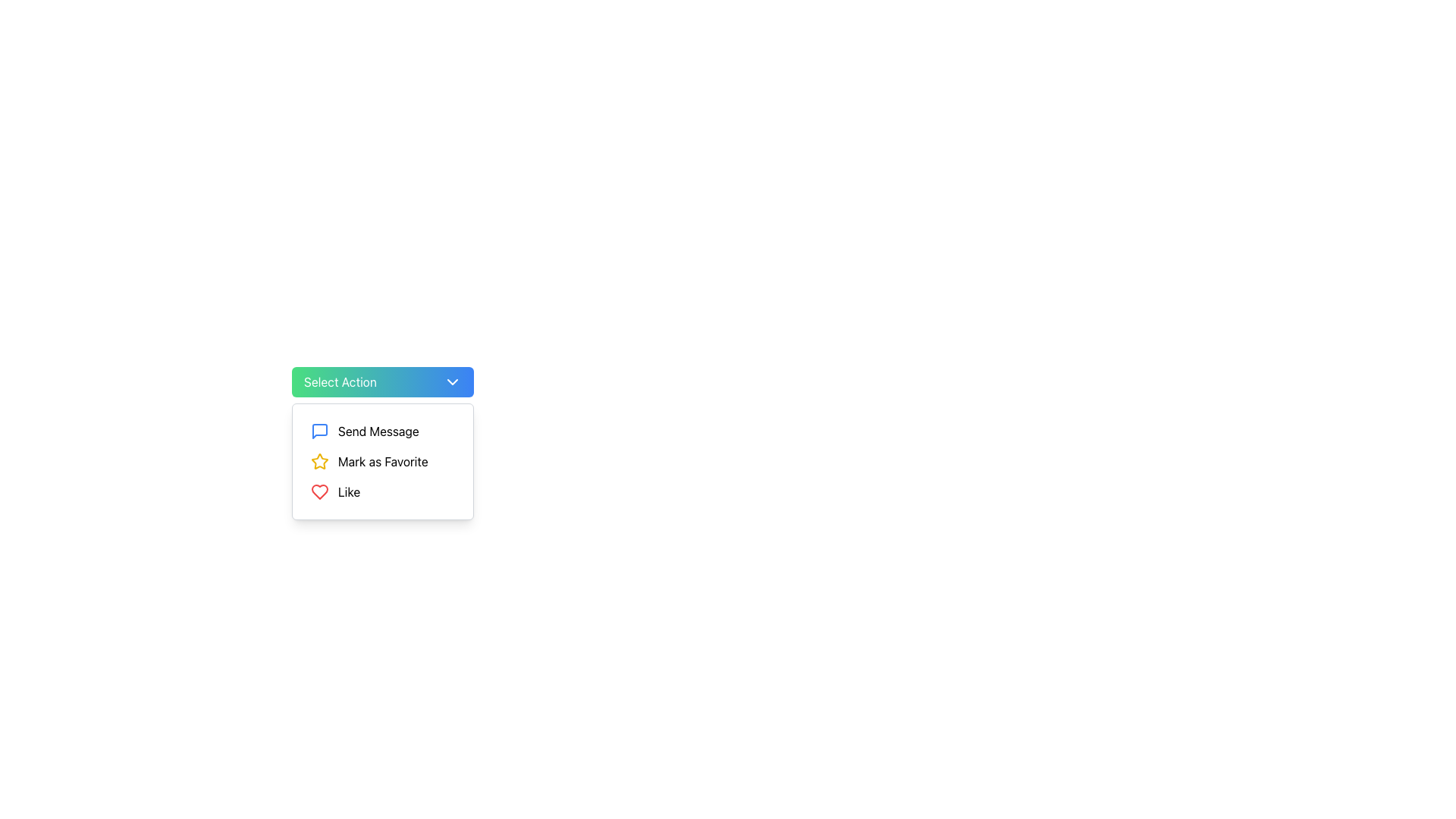 This screenshot has width=1456, height=819. I want to click on the yellow hollow star icon in the 'Select Action' dropdown menu to mark it as a favorite, so click(319, 460).